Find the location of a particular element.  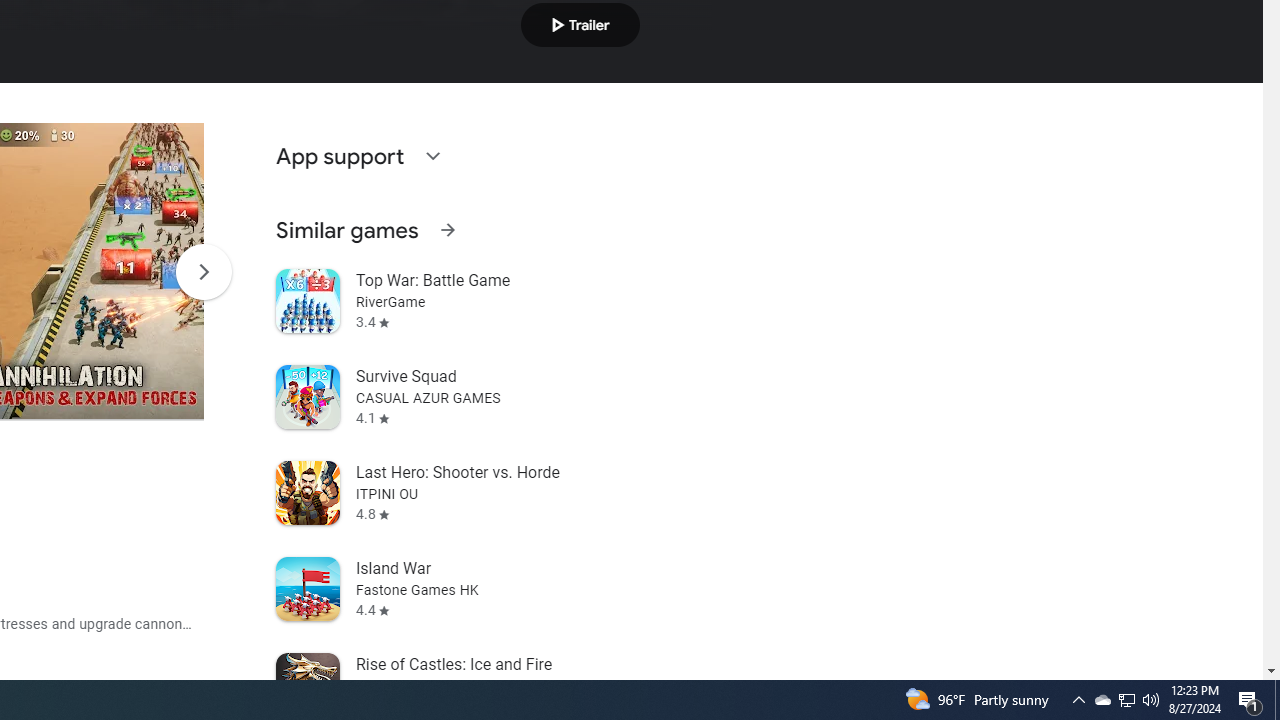

'Scroll Next' is located at coordinates (203, 272).